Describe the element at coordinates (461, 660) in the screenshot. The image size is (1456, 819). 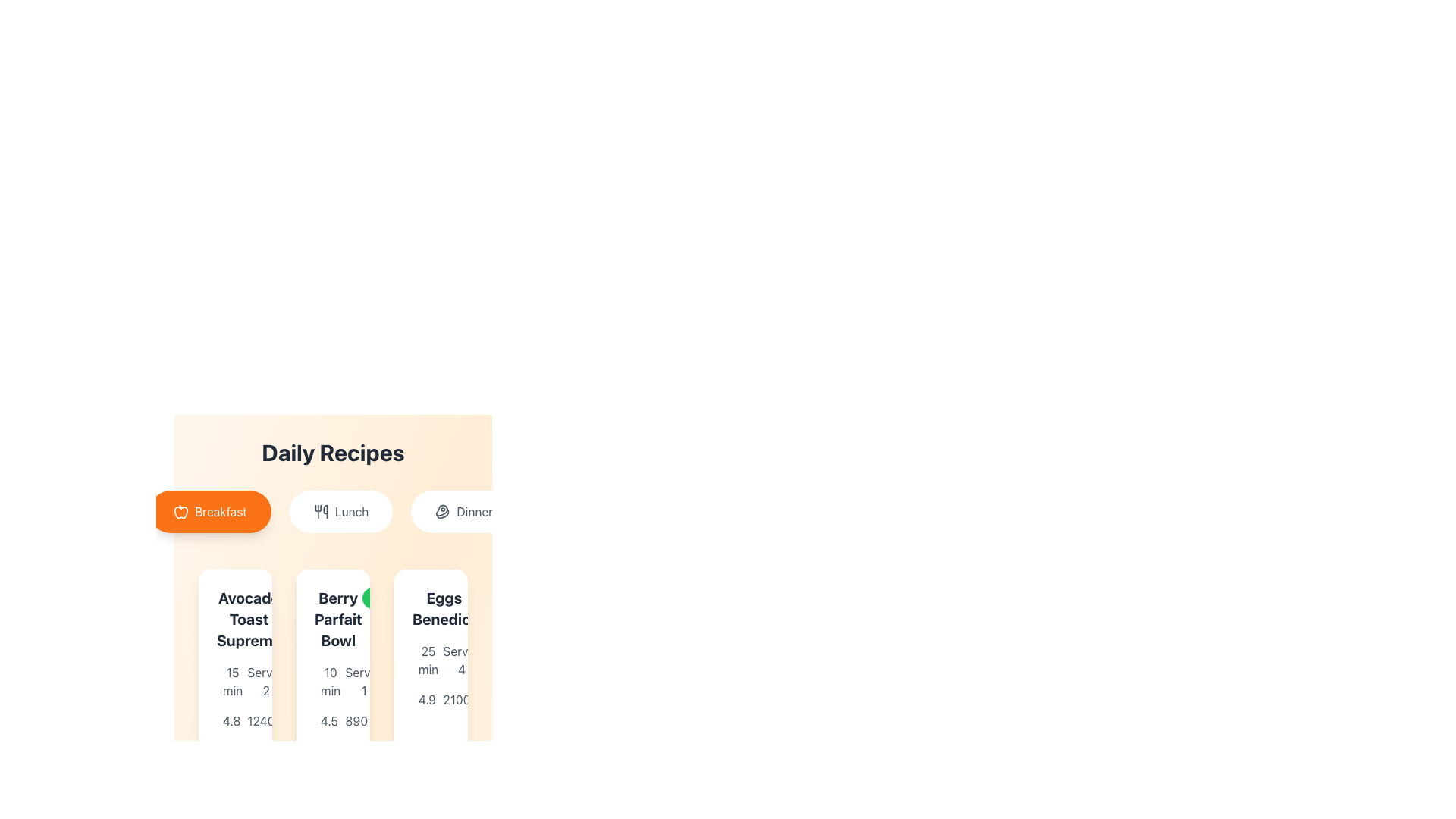
I see `the text label displaying 'Serves 4' located under the 'Eggs Benedict' card in the 'Daily Recipes' section` at that location.